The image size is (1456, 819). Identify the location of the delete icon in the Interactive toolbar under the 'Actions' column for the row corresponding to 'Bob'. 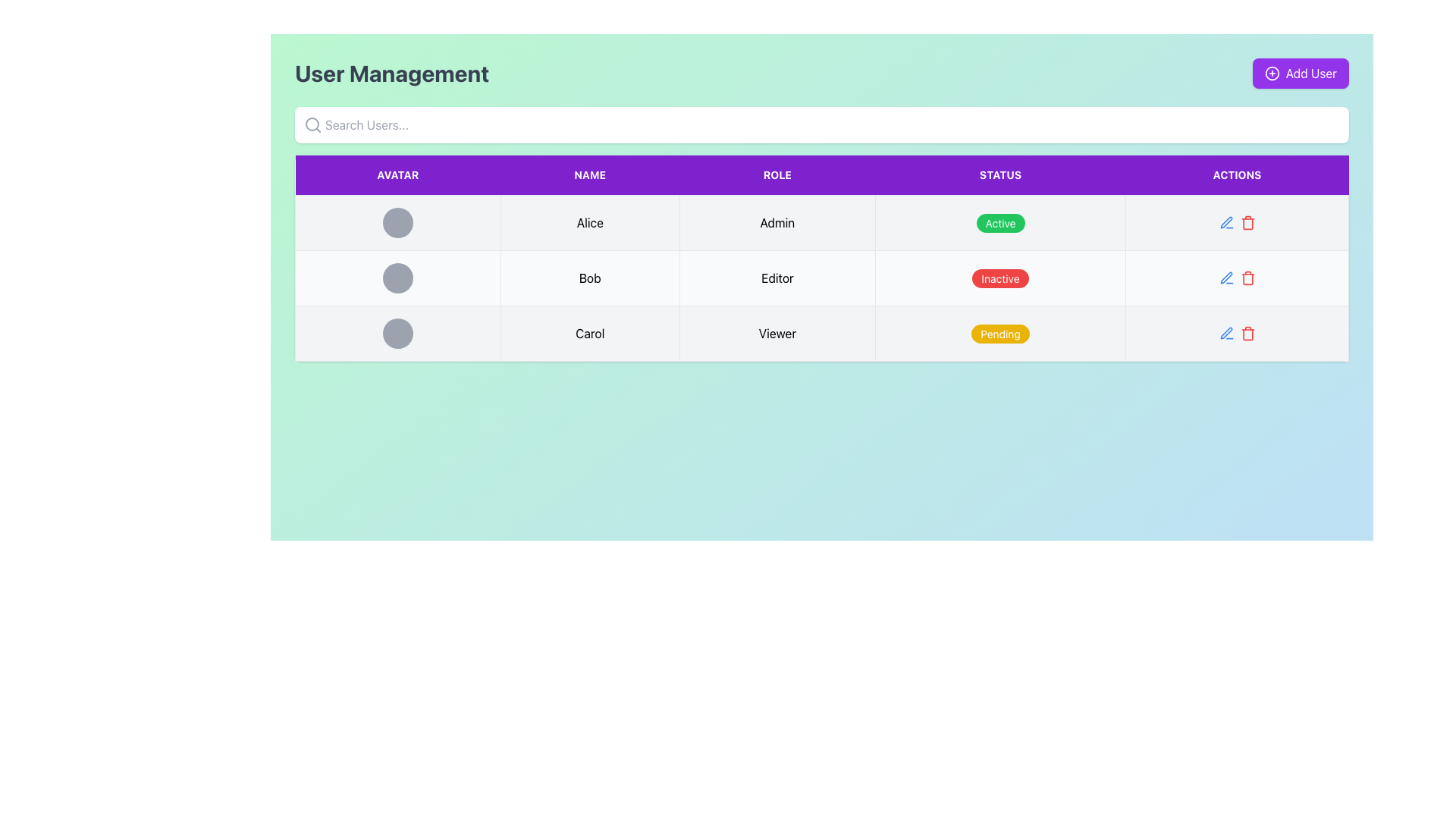
(1237, 222).